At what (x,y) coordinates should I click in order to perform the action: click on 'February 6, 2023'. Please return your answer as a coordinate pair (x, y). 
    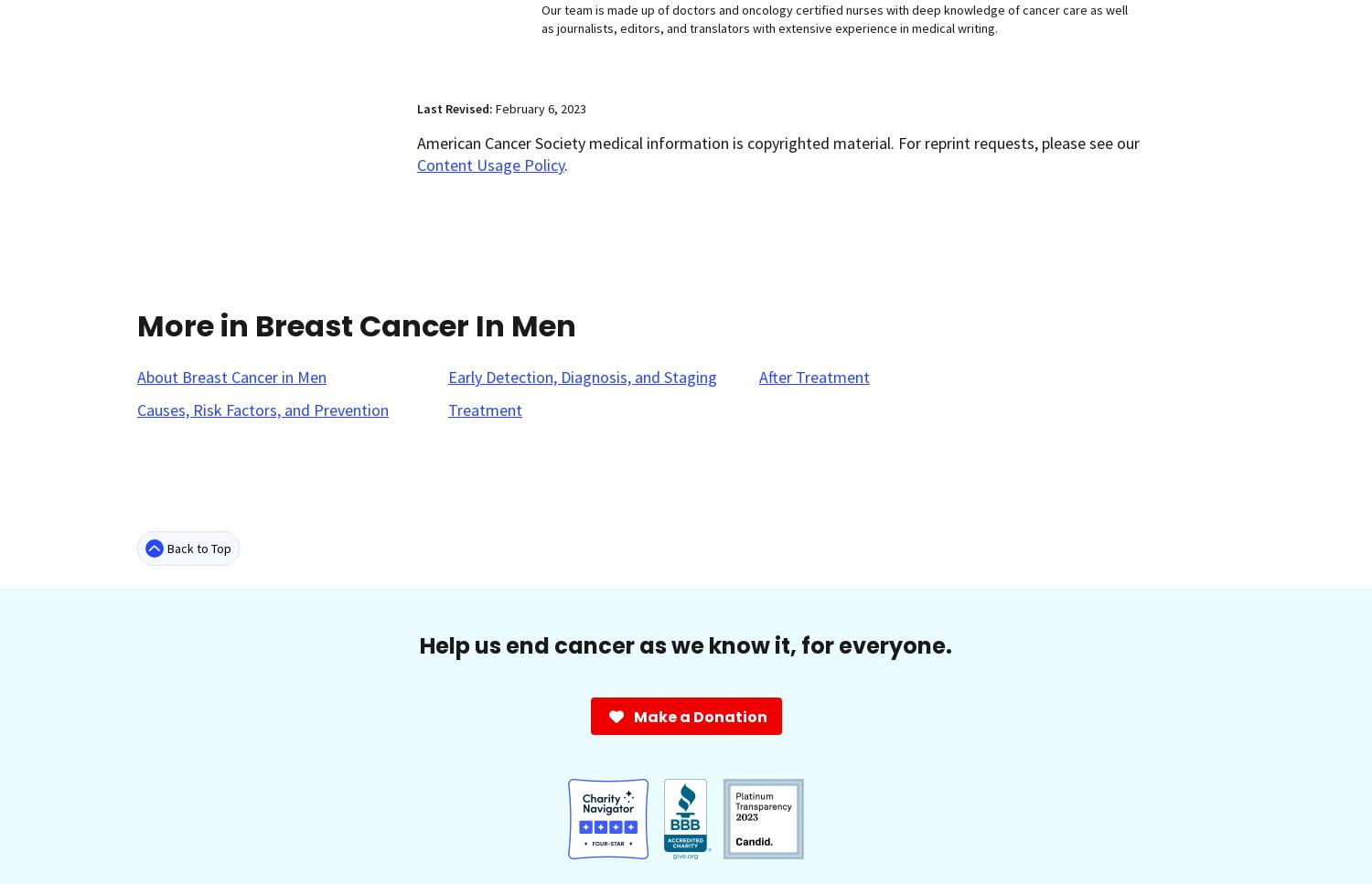
    Looking at the image, I should click on (540, 108).